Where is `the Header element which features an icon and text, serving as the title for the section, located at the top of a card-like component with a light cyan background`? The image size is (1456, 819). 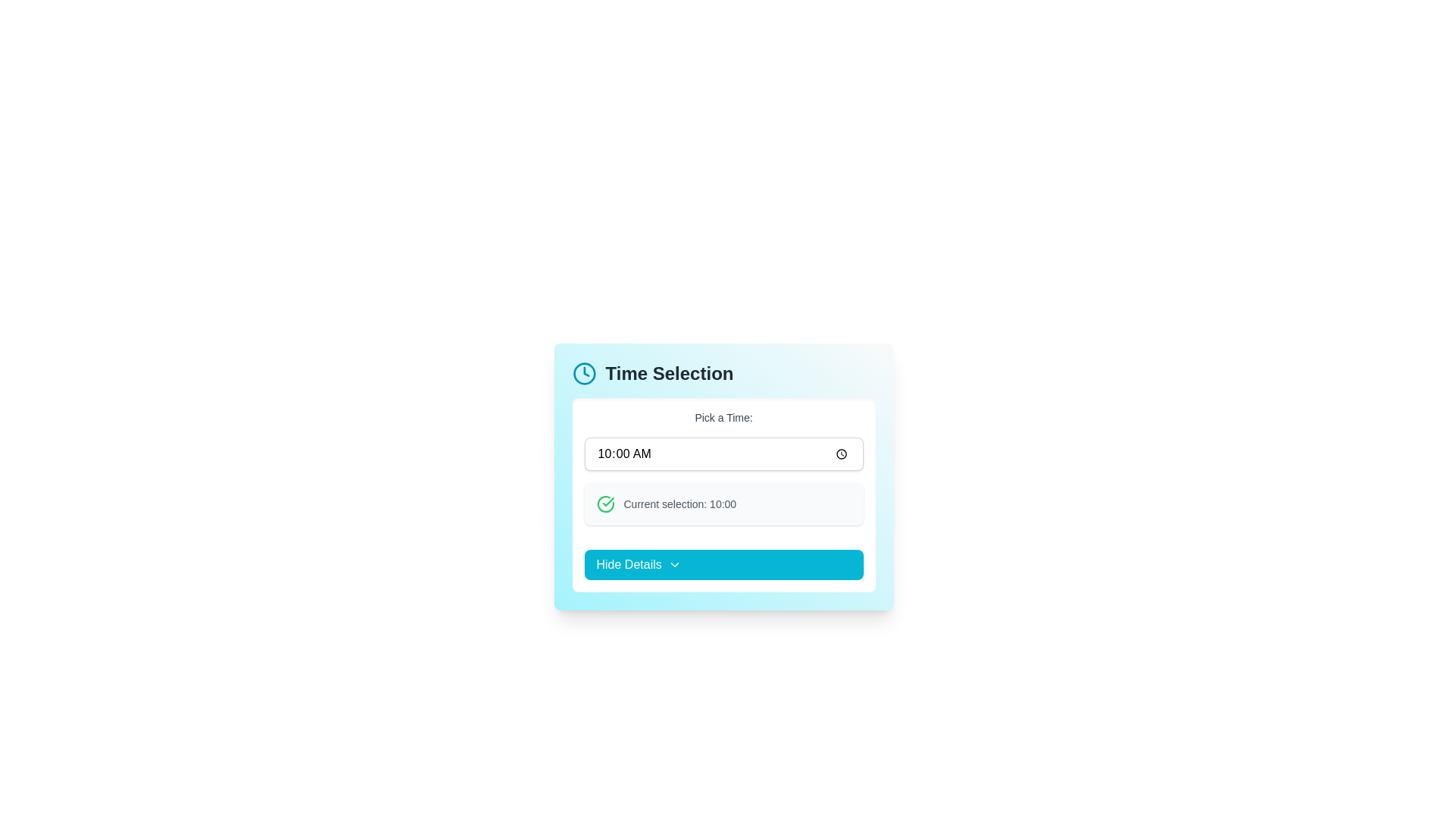
the Header element which features an icon and text, serving as the title for the section, located at the top of a card-like component with a light cyan background is located at coordinates (723, 374).